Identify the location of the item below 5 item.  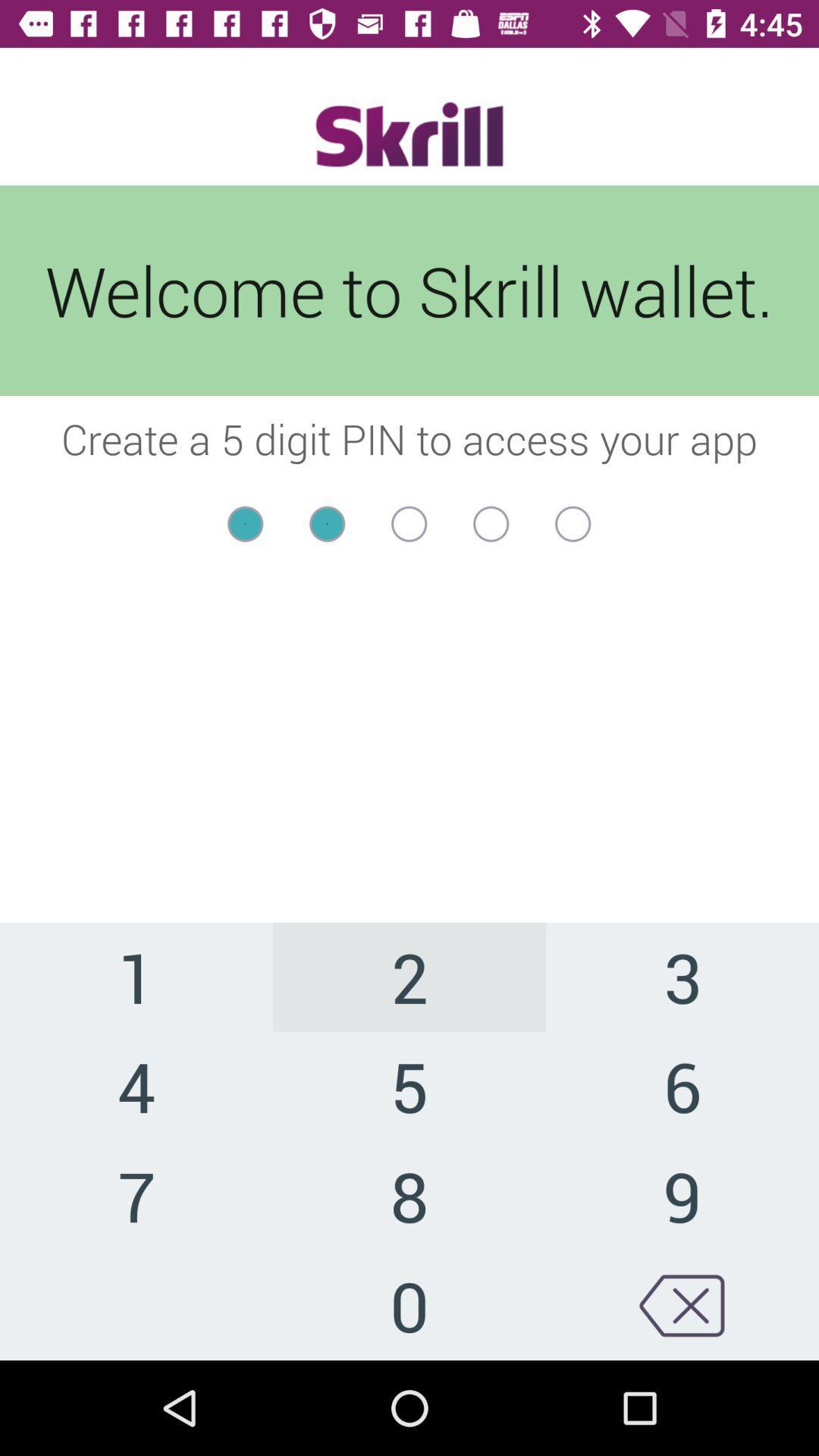
(681, 1194).